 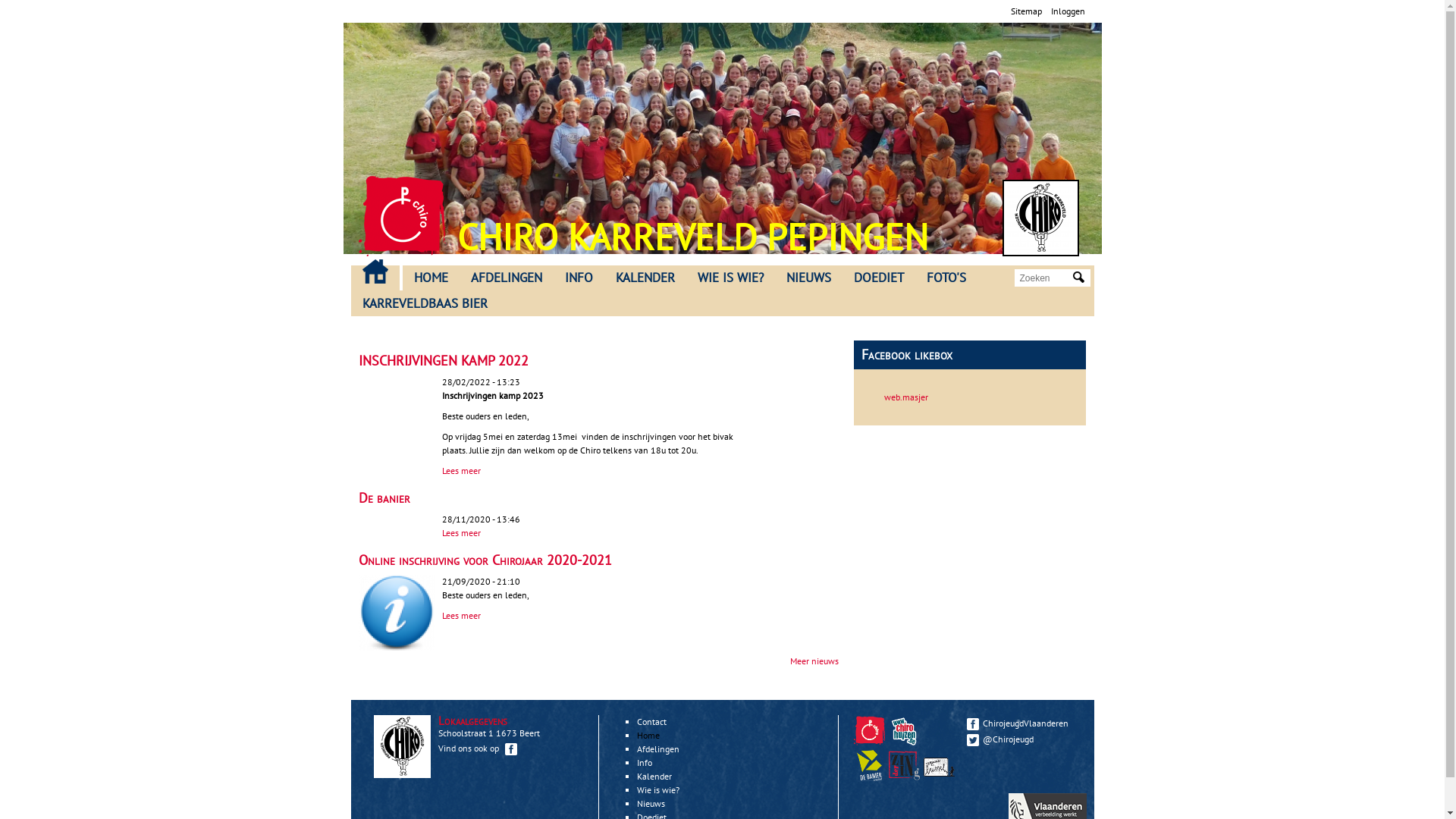 What do you see at coordinates (651, 802) in the screenshot?
I see `'Nieuws'` at bounding box center [651, 802].